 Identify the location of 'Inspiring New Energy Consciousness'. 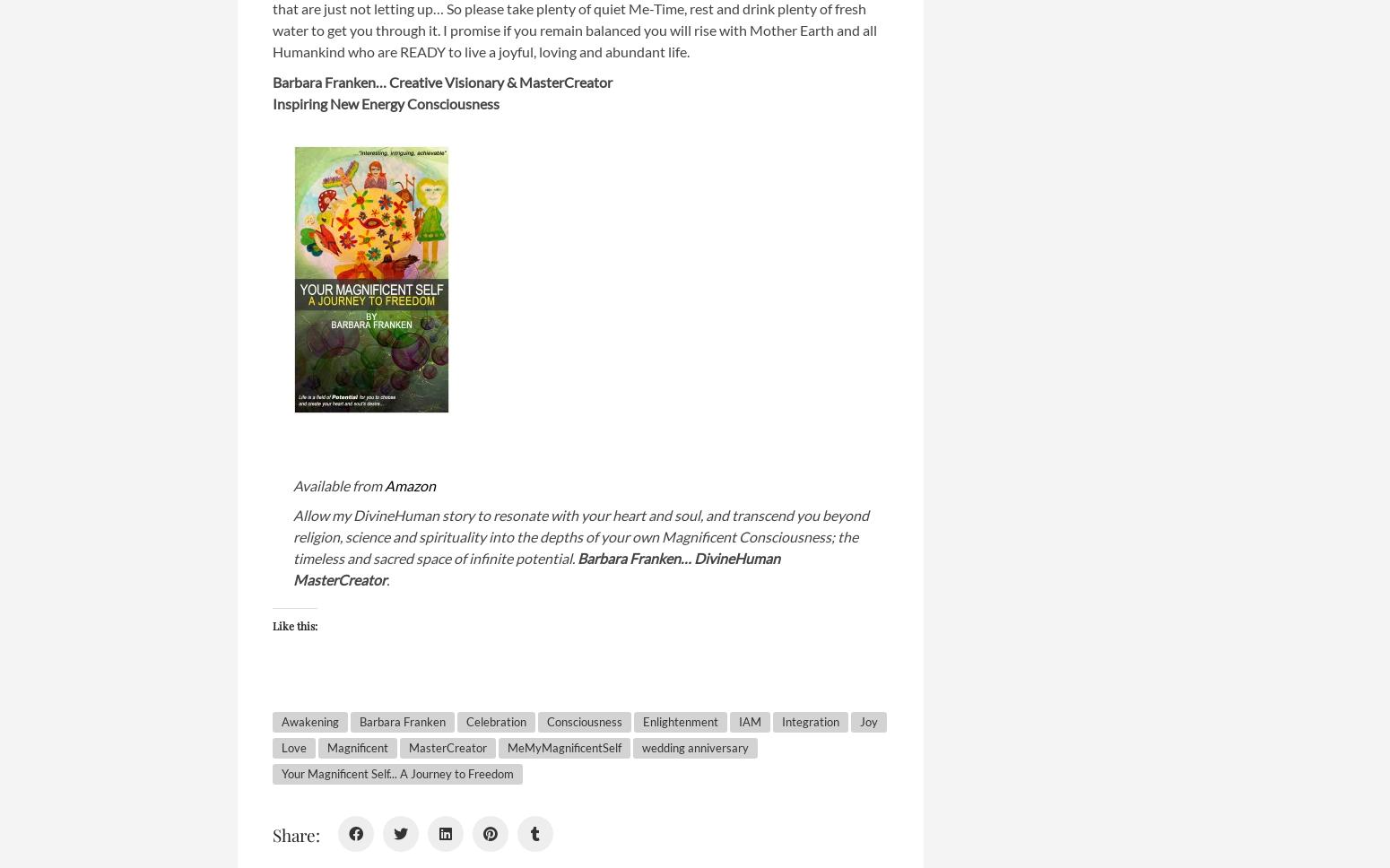
(272, 102).